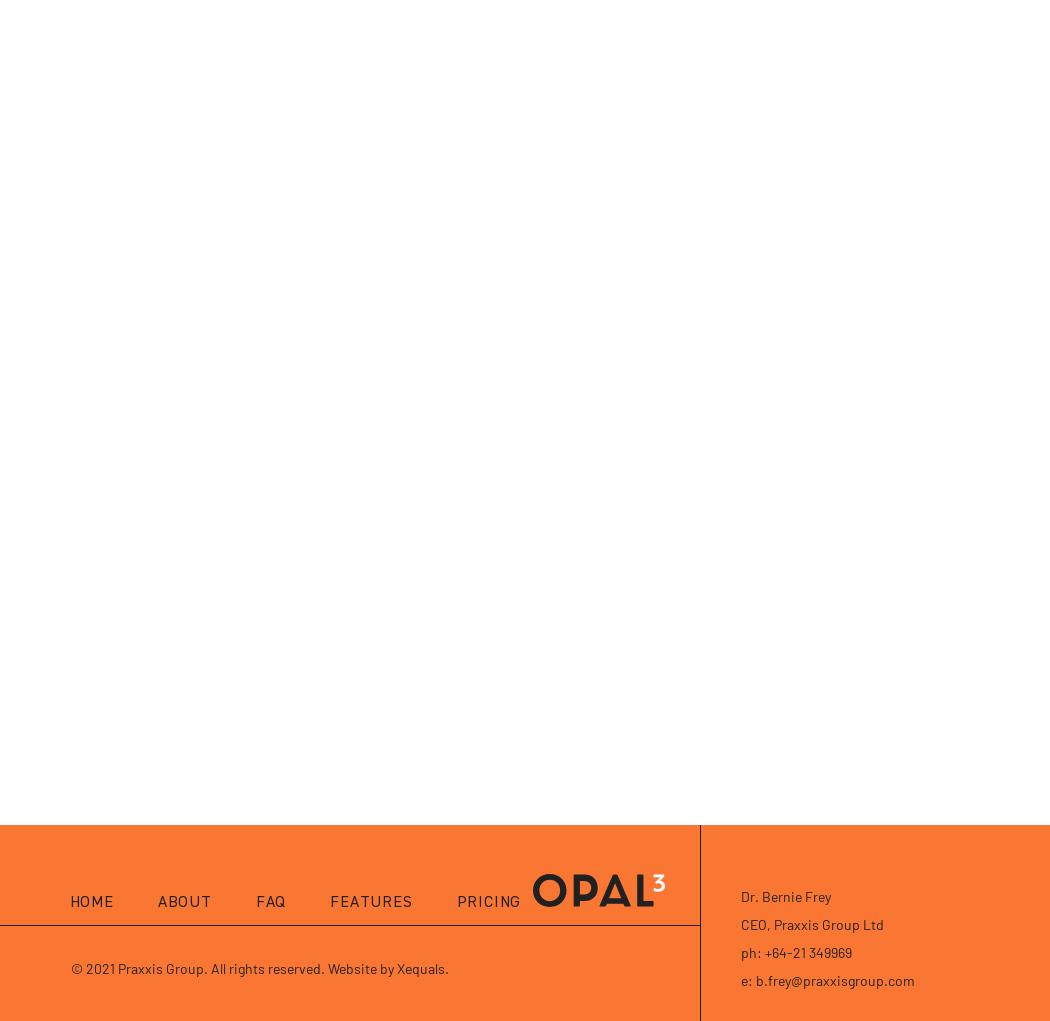 The width and height of the screenshot is (1050, 1021). What do you see at coordinates (488, 900) in the screenshot?
I see `'Pricing'` at bounding box center [488, 900].